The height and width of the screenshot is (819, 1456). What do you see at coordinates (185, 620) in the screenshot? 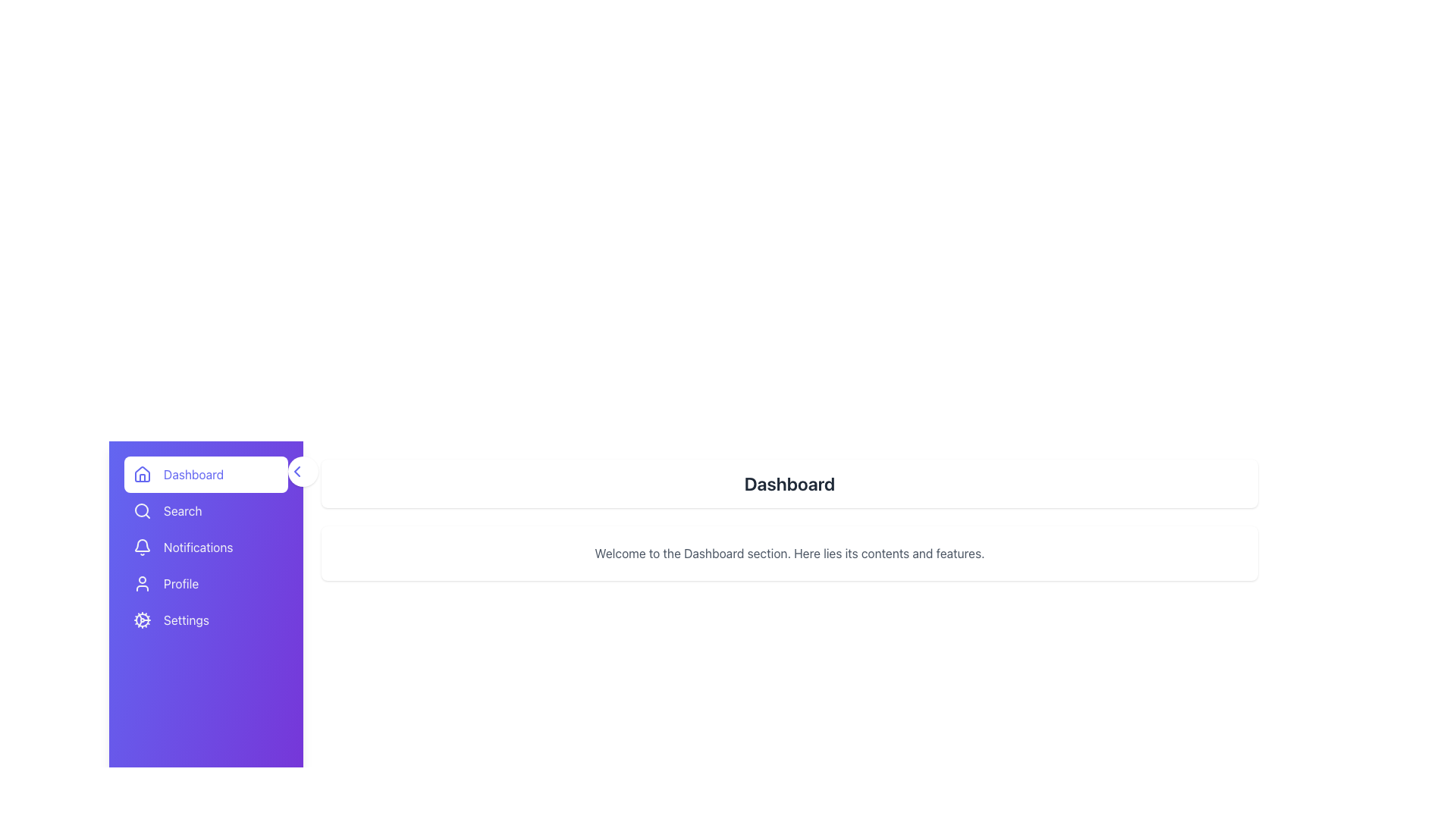
I see `the 'Settings' text label located in the bottom section of the vertical navigation panel on the left side, below the 'Profile' option` at bounding box center [185, 620].